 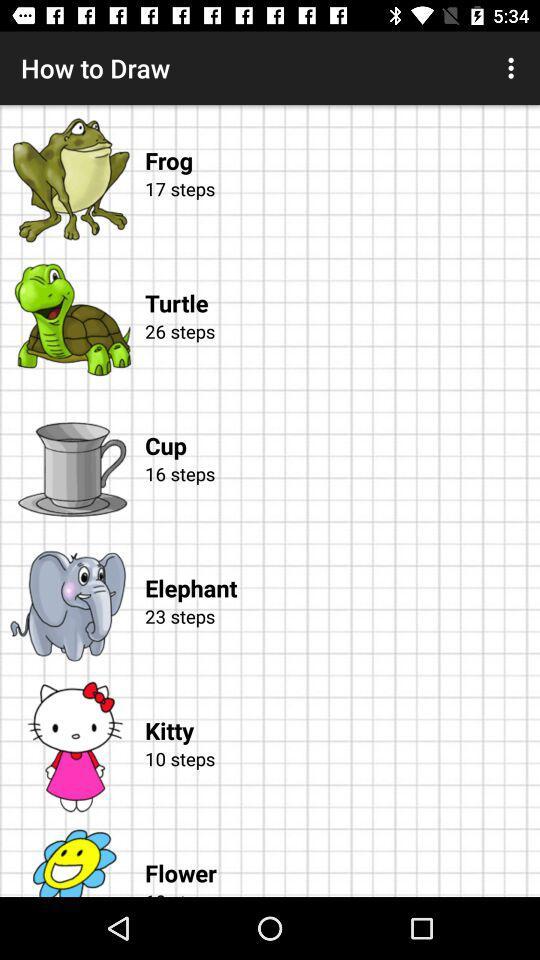 I want to click on the icon below the 23 steps icon, so click(x=341, y=710).